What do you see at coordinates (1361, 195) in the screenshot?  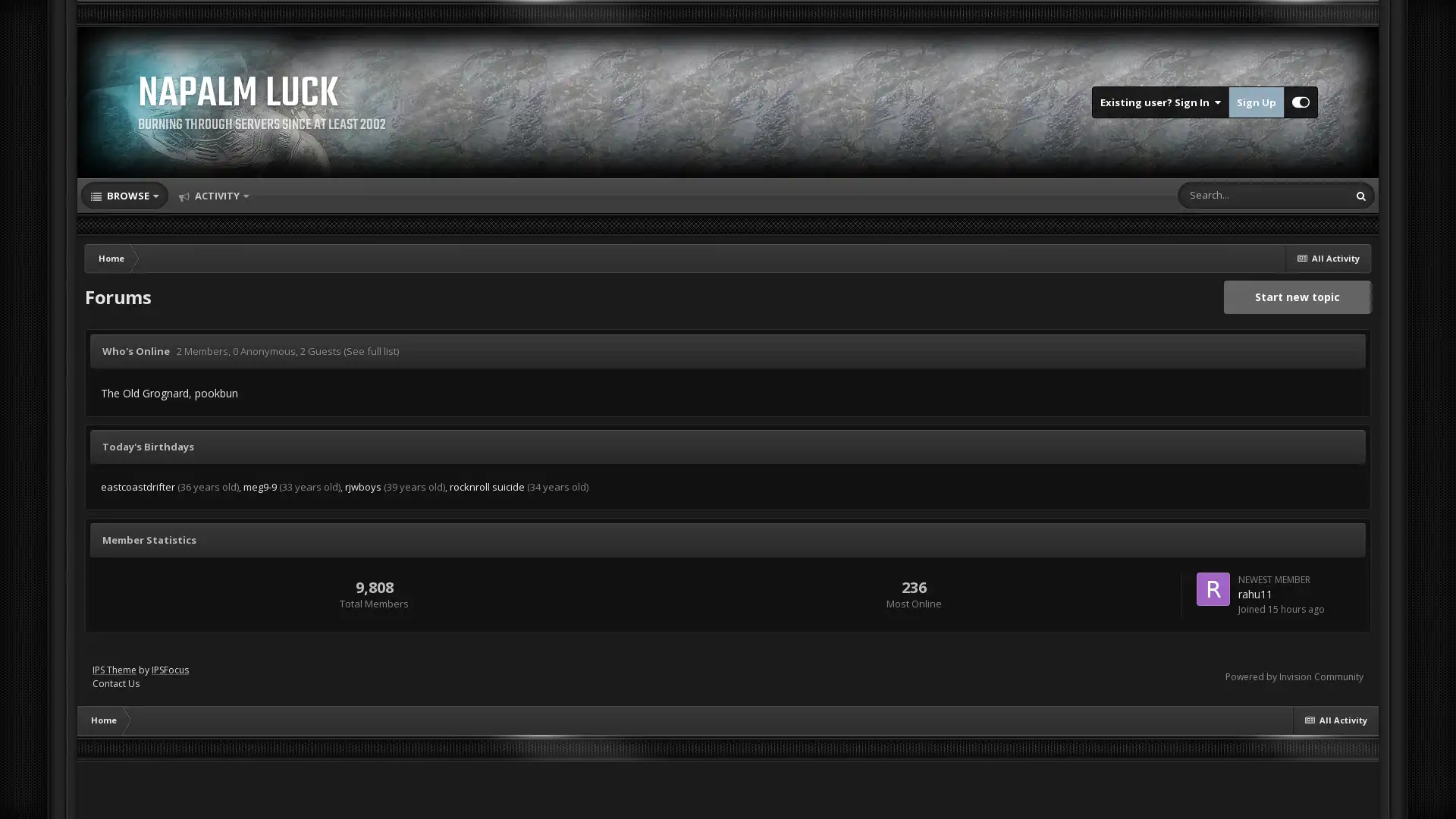 I see `Search` at bounding box center [1361, 195].